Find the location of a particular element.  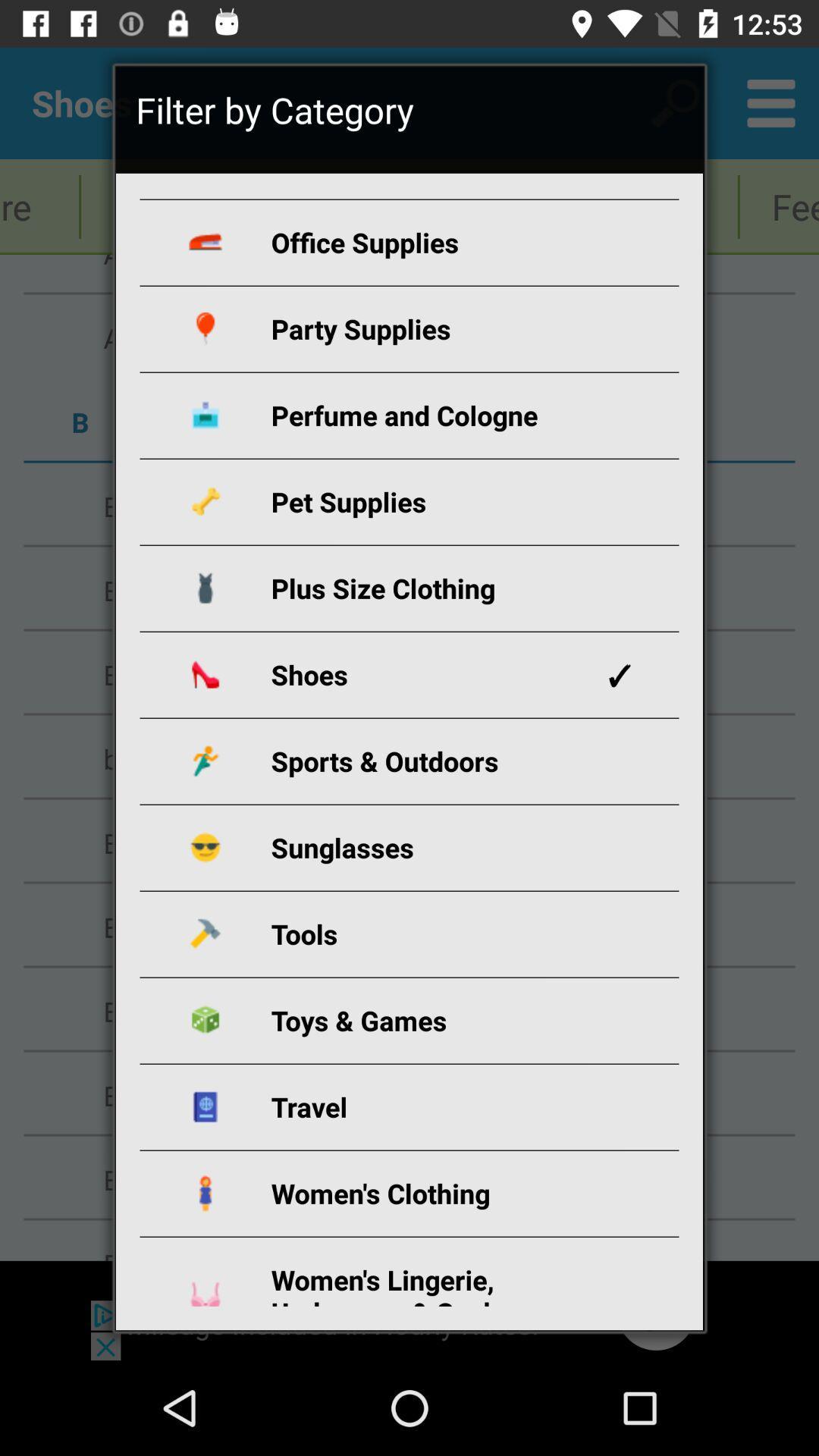

office supplies is located at coordinates (427, 241).